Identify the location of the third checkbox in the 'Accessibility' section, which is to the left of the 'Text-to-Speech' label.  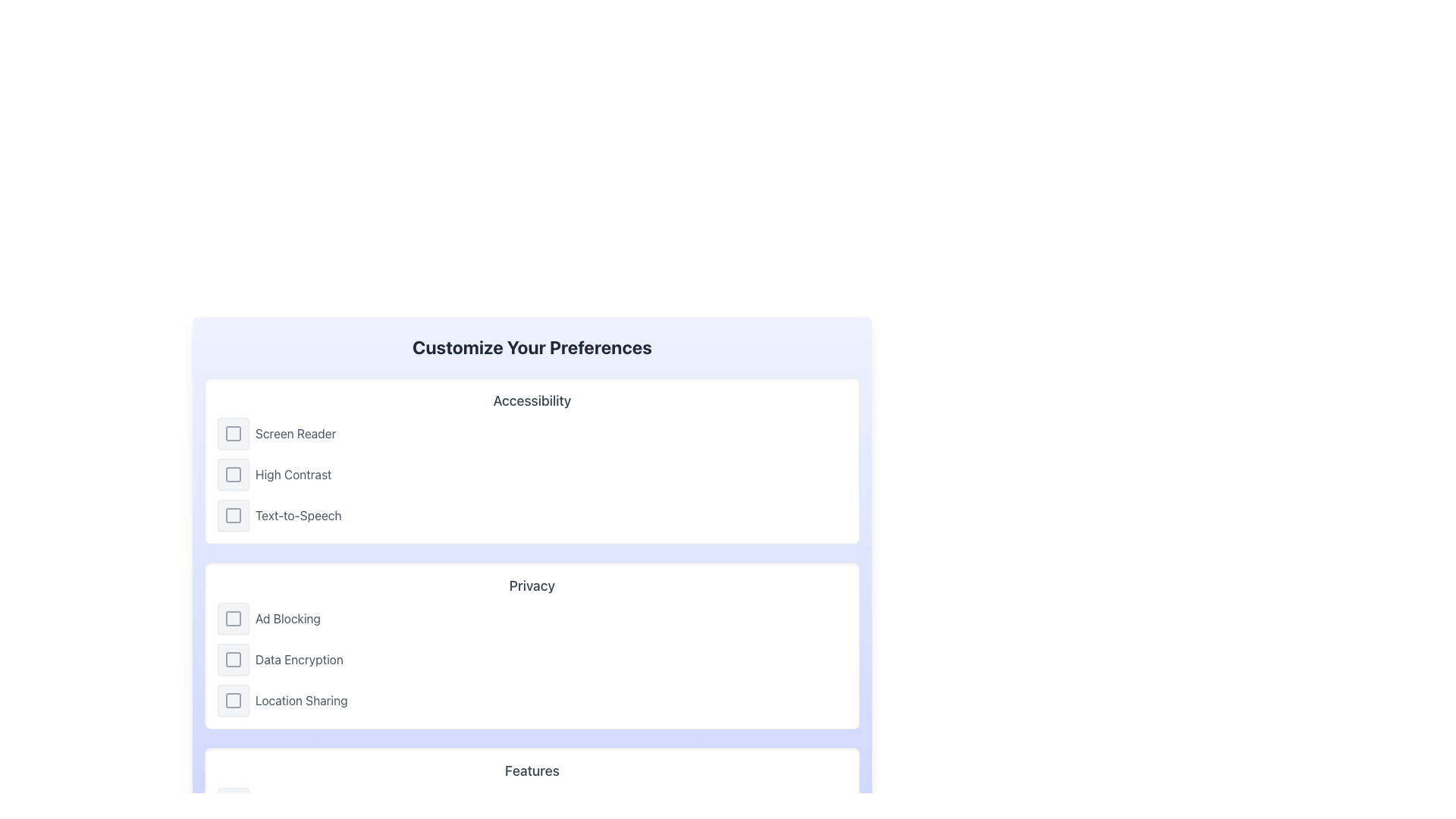
(232, 514).